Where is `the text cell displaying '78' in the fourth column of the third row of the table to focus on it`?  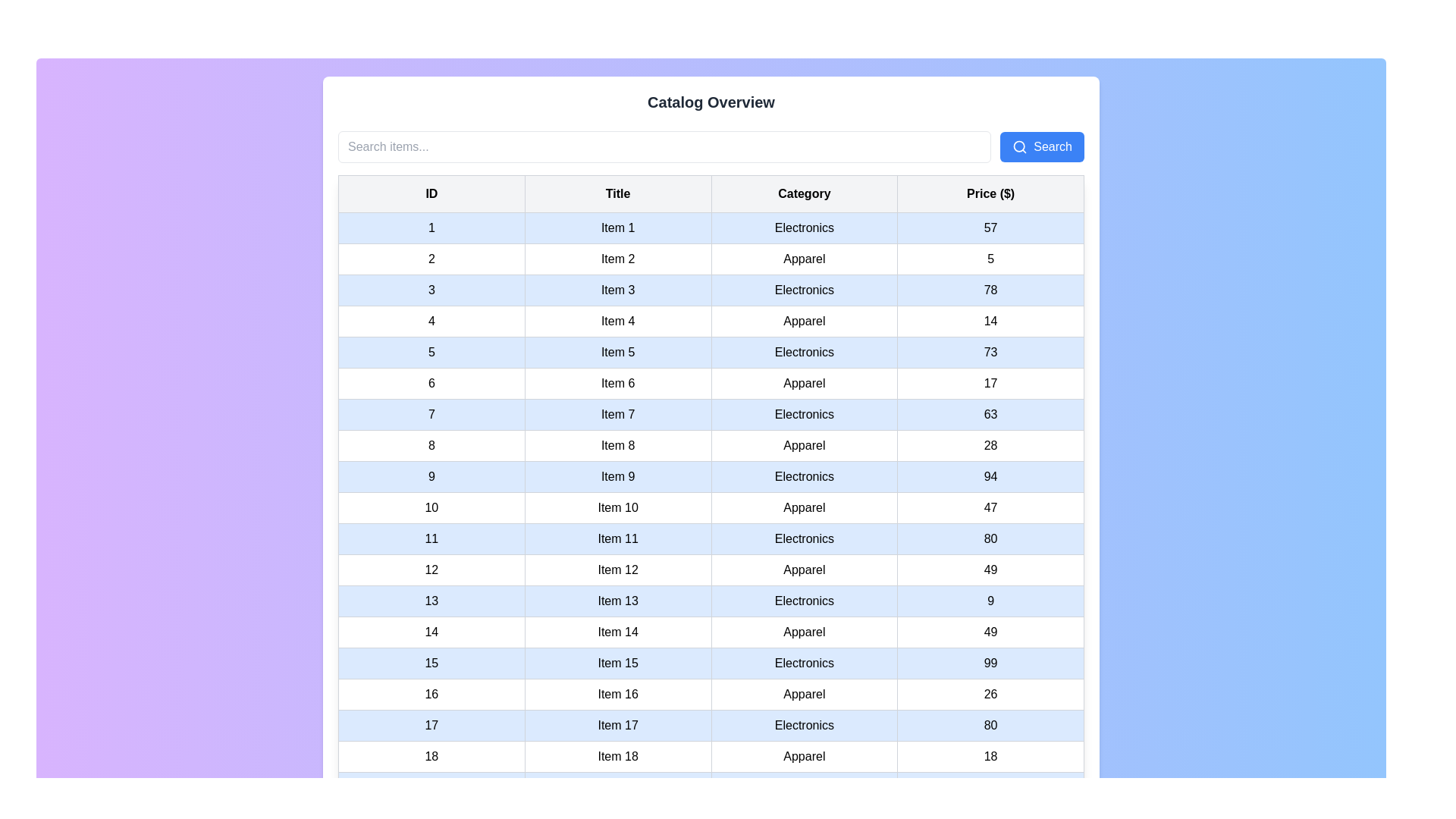 the text cell displaying '78' in the fourth column of the third row of the table to focus on it is located at coordinates (990, 290).